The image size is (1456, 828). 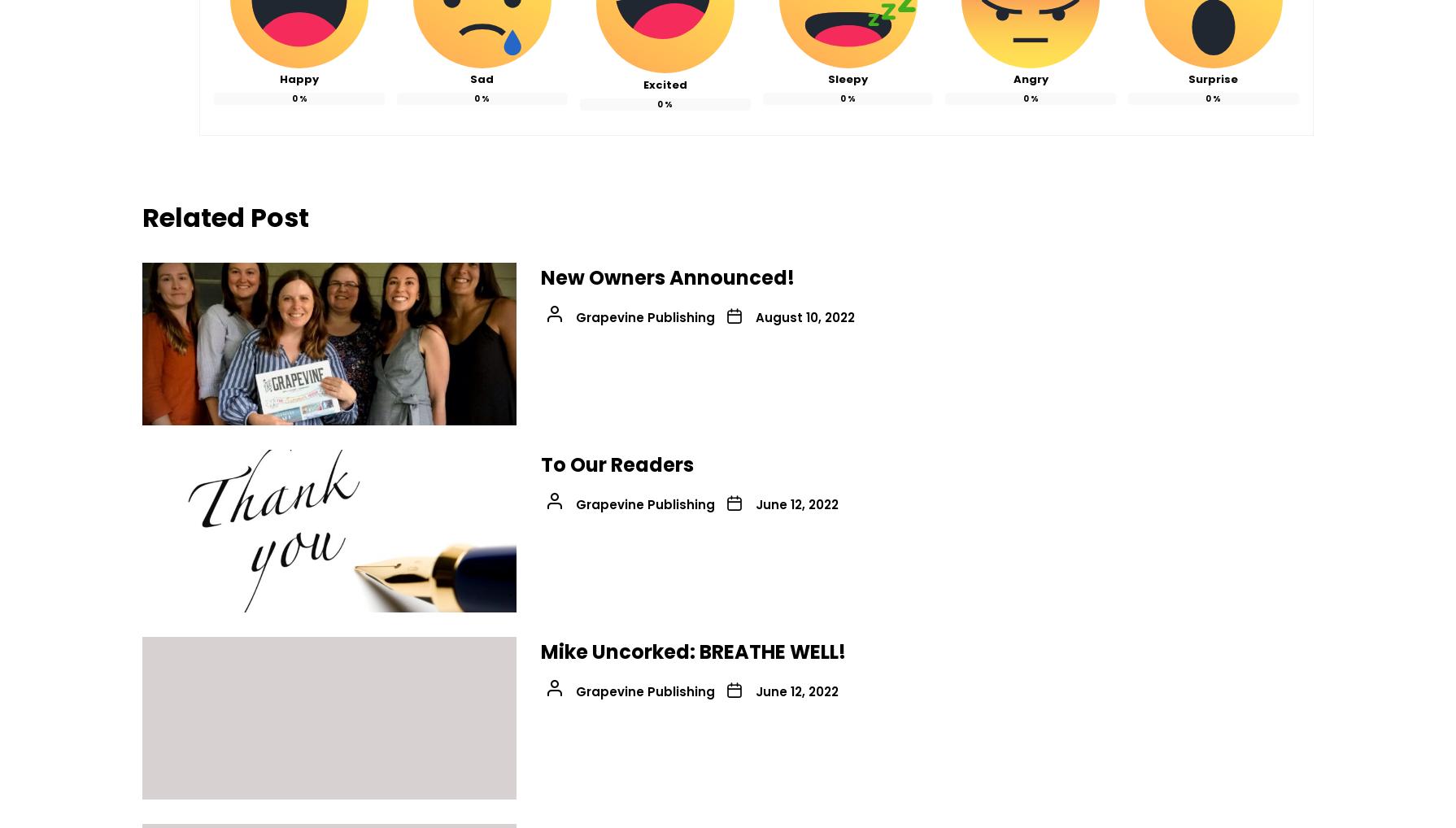 What do you see at coordinates (1030, 79) in the screenshot?
I see `'Angry'` at bounding box center [1030, 79].